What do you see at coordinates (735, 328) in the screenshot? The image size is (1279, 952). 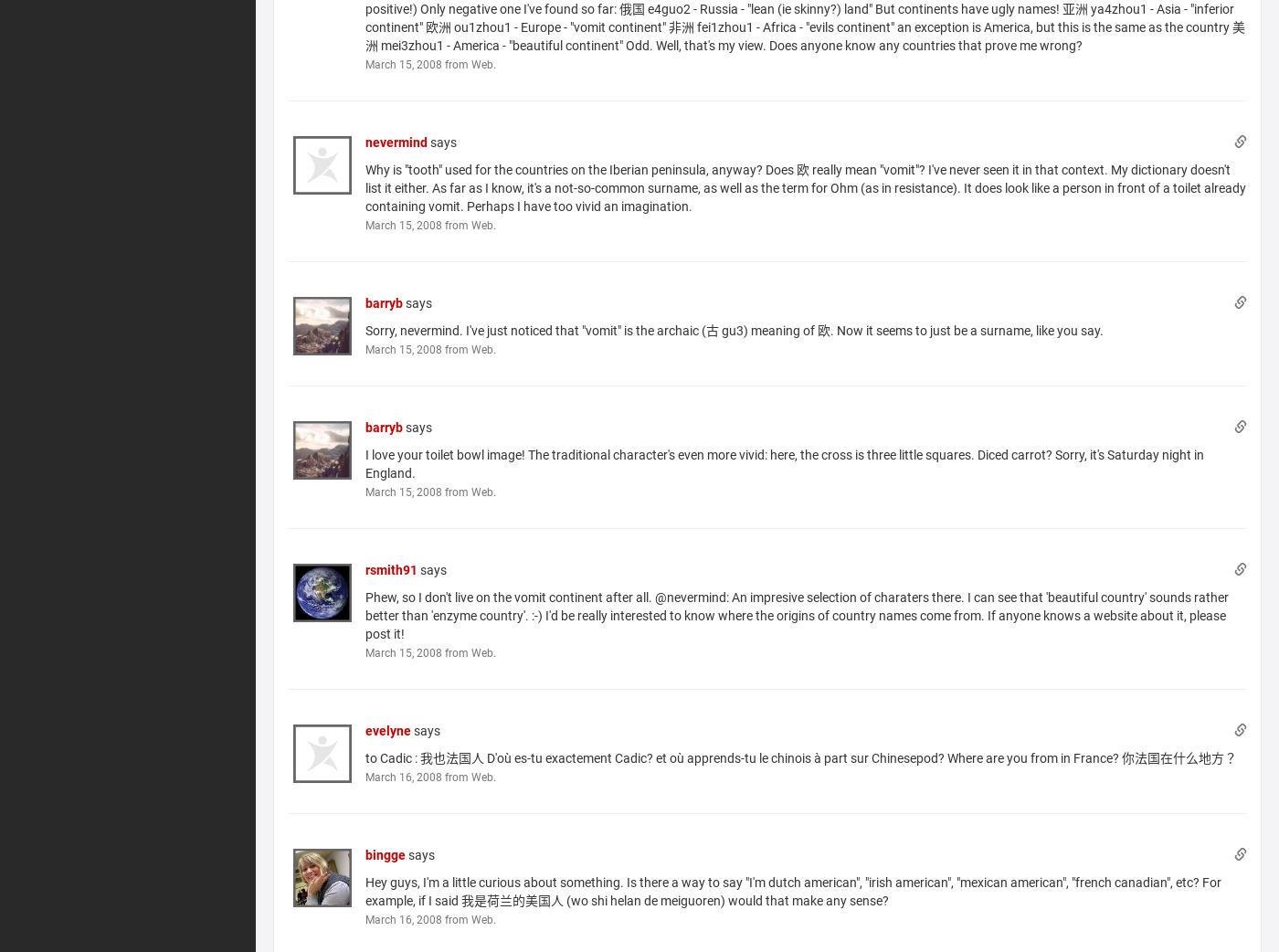 I see `'Sorry, nevermind. I've just noticed that "vomit" is the archaic  (古 gu3) meaning of 欧. Now it seems to just be a surname, like you say.'` at bounding box center [735, 328].